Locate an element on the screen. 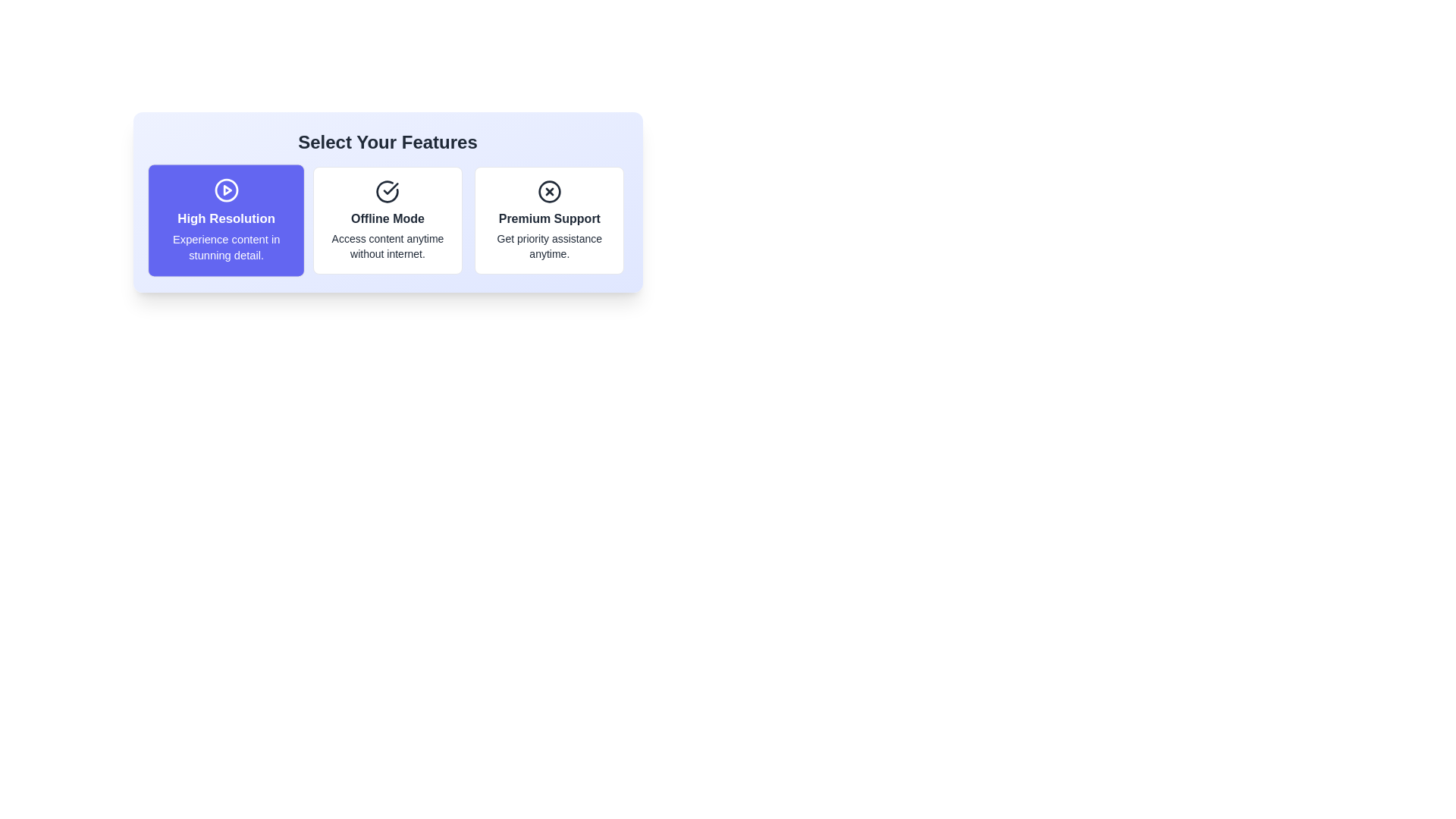 The image size is (1456, 819). the static text caption that describes the functionality of the 'Offline Mode' feature option, located below the 'Offline Mode' text is located at coordinates (388, 245).